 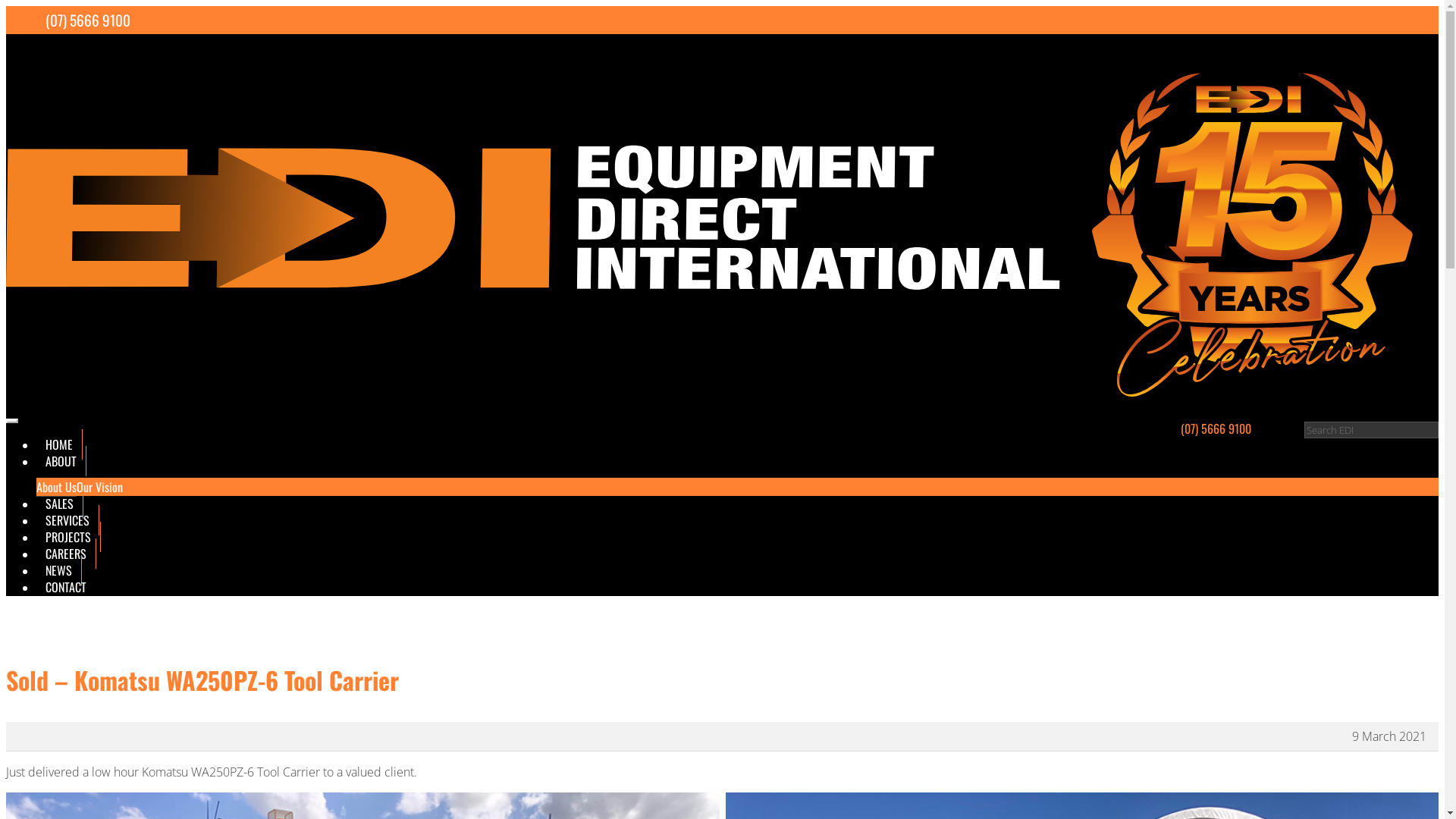 What do you see at coordinates (67, 519) in the screenshot?
I see `'SERVICES'` at bounding box center [67, 519].